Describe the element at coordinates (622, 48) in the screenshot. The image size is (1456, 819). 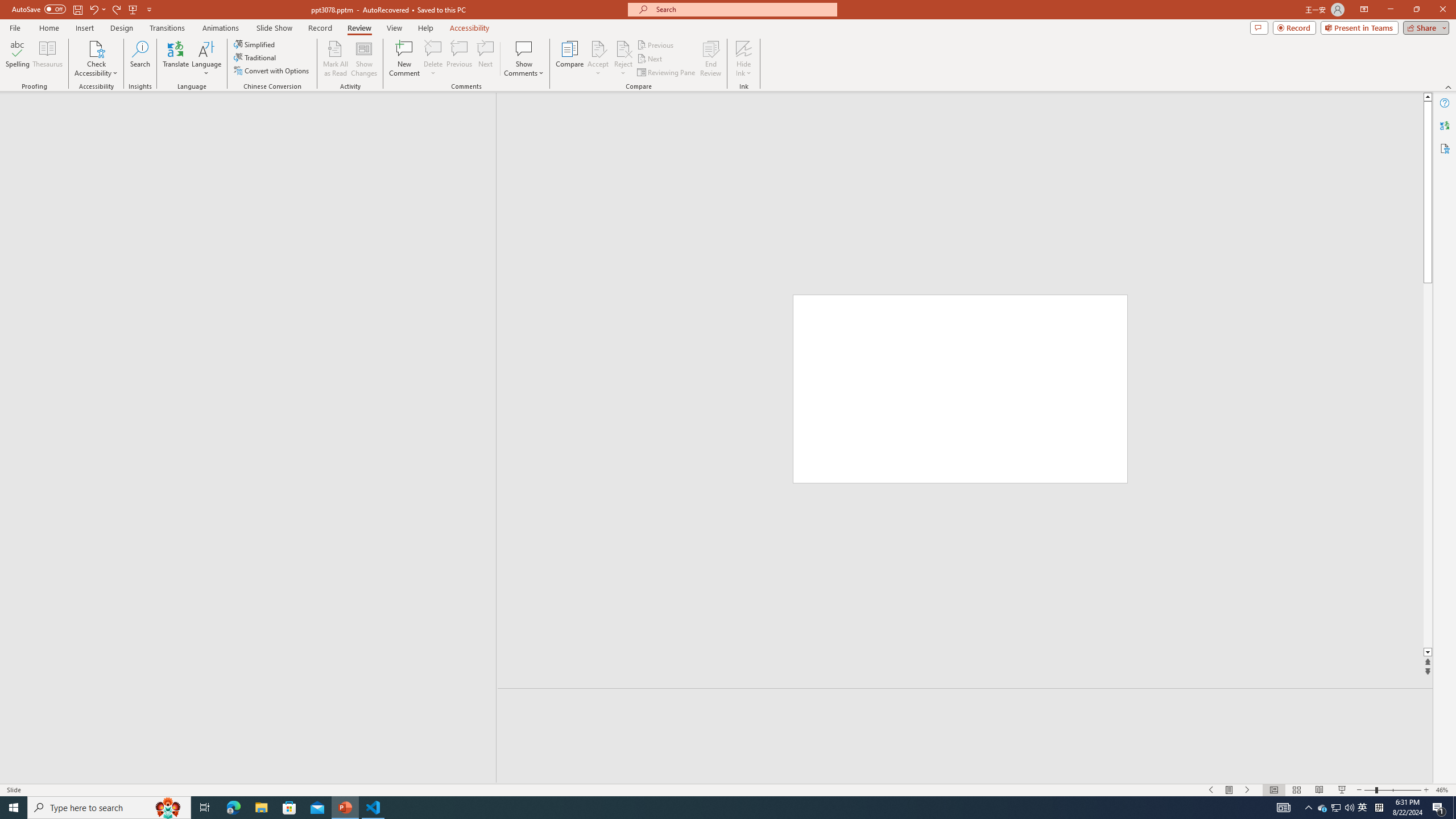
I see `'Reject Change'` at that location.